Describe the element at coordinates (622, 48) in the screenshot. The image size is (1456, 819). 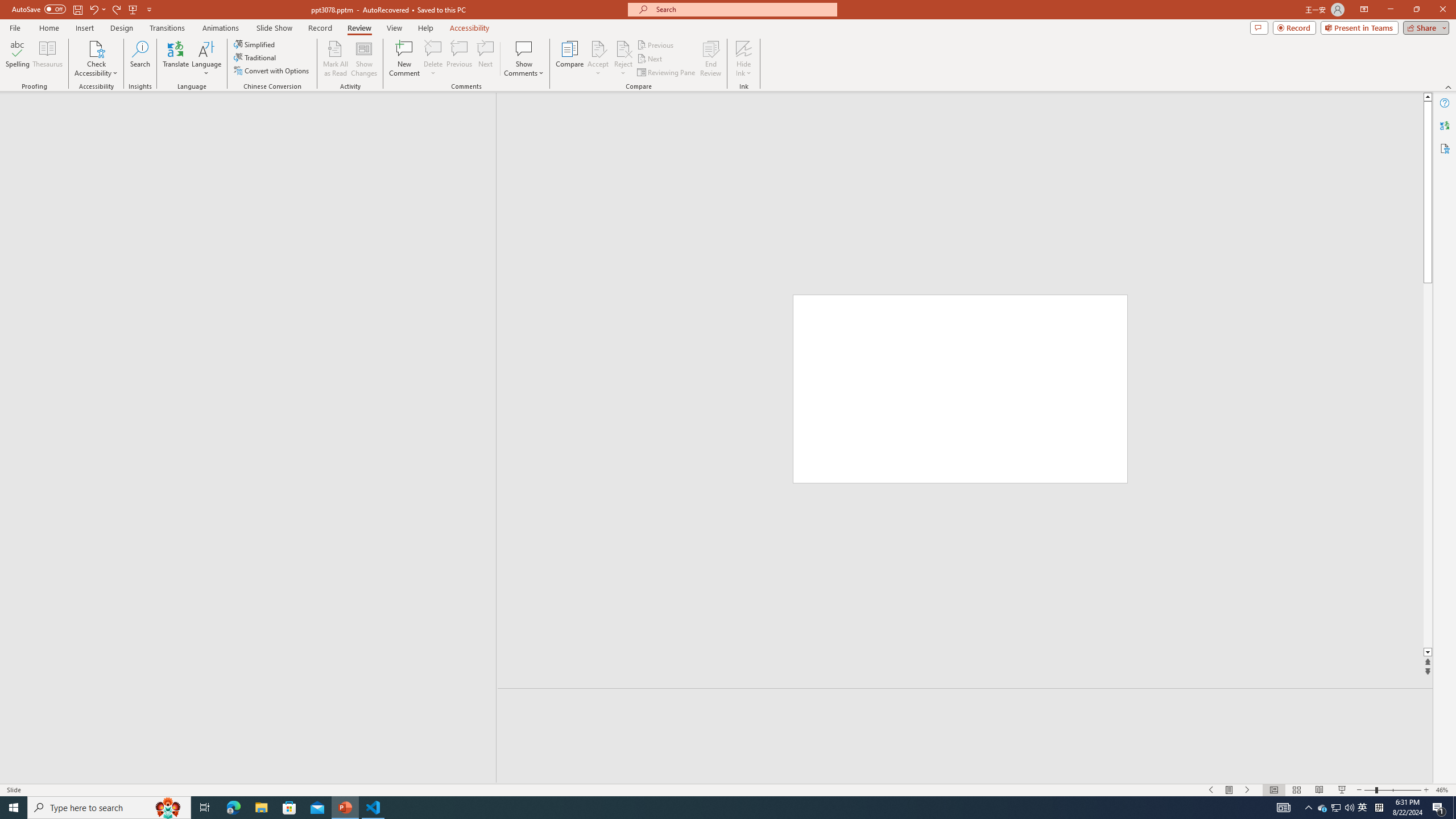
I see `'Reject Change'` at that location.